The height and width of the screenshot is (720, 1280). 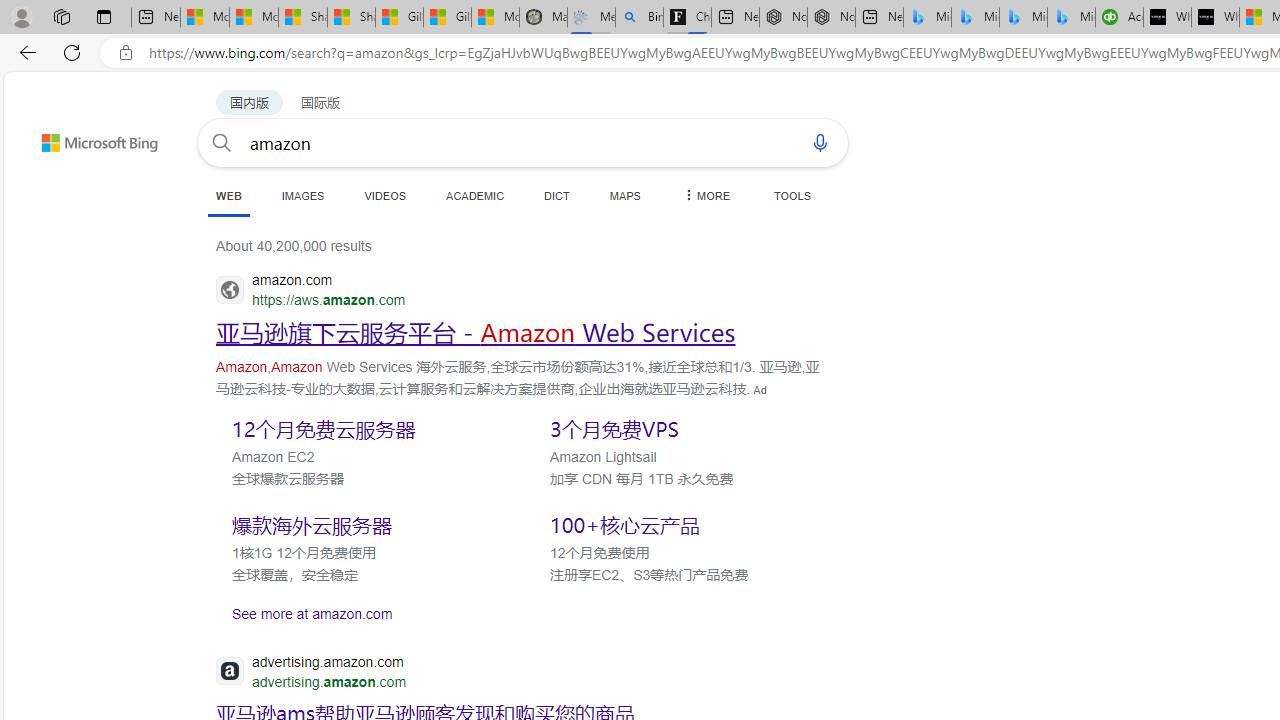 I want to click on 'Chloe Sorvino', so click(x=687, y=17).